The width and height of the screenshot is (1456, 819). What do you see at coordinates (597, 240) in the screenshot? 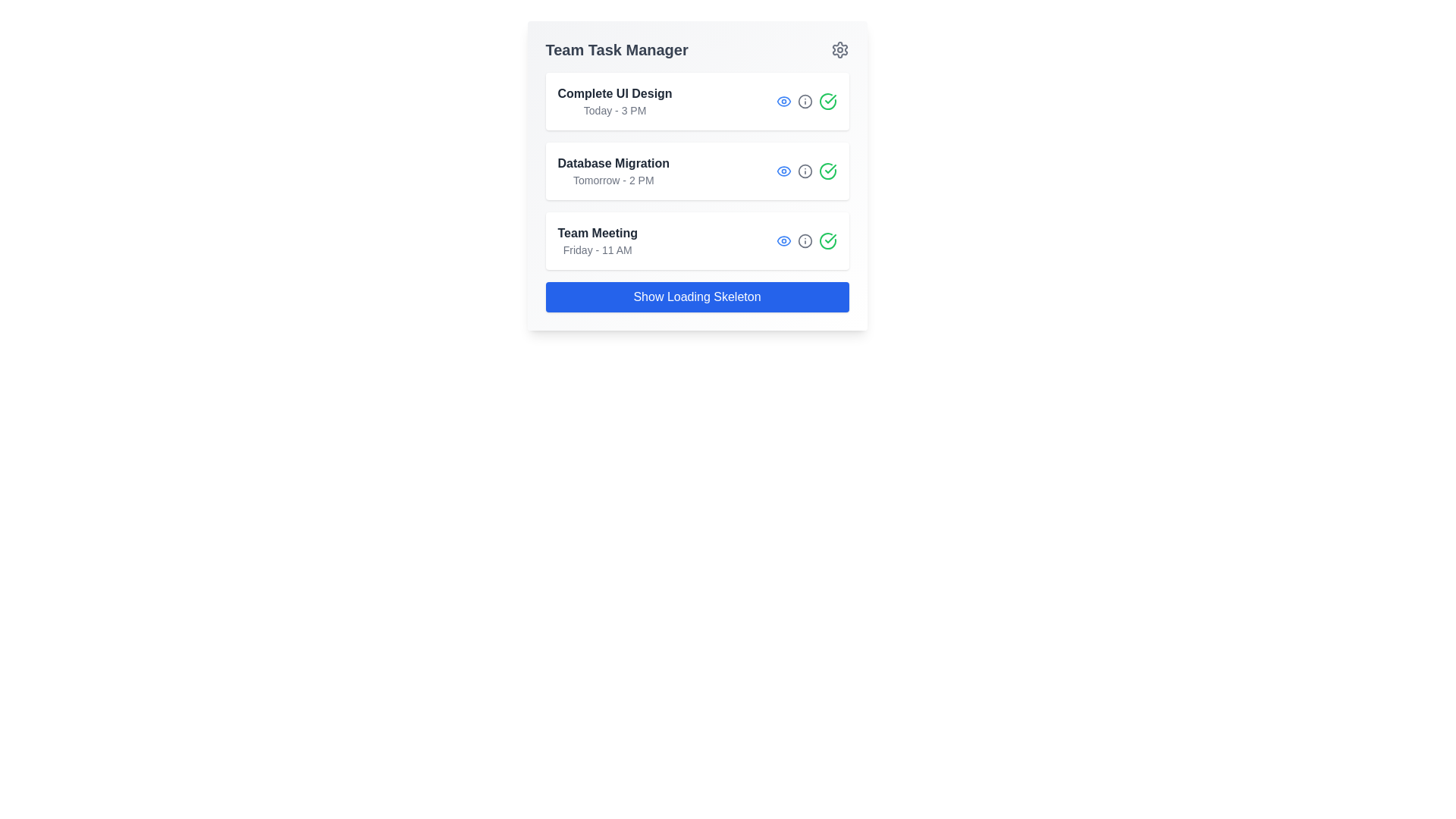
I see `the Text Display that shows 'Team Meeting' and 'Friday - 11 AM' in the third item row of the vertical task list` at bounding box center [597, 240].